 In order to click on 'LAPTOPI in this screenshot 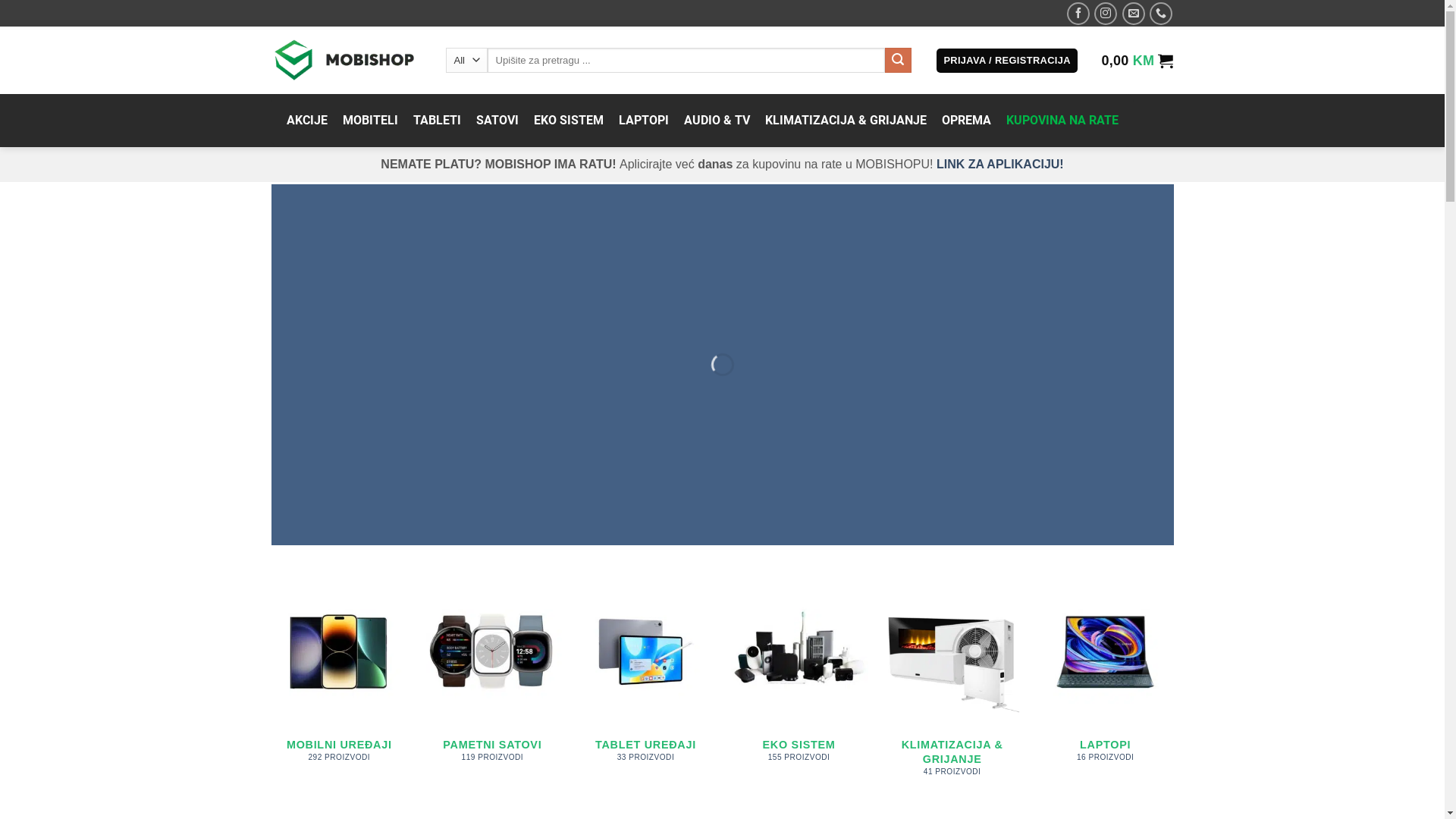, I will do `click(1105, 677)`.